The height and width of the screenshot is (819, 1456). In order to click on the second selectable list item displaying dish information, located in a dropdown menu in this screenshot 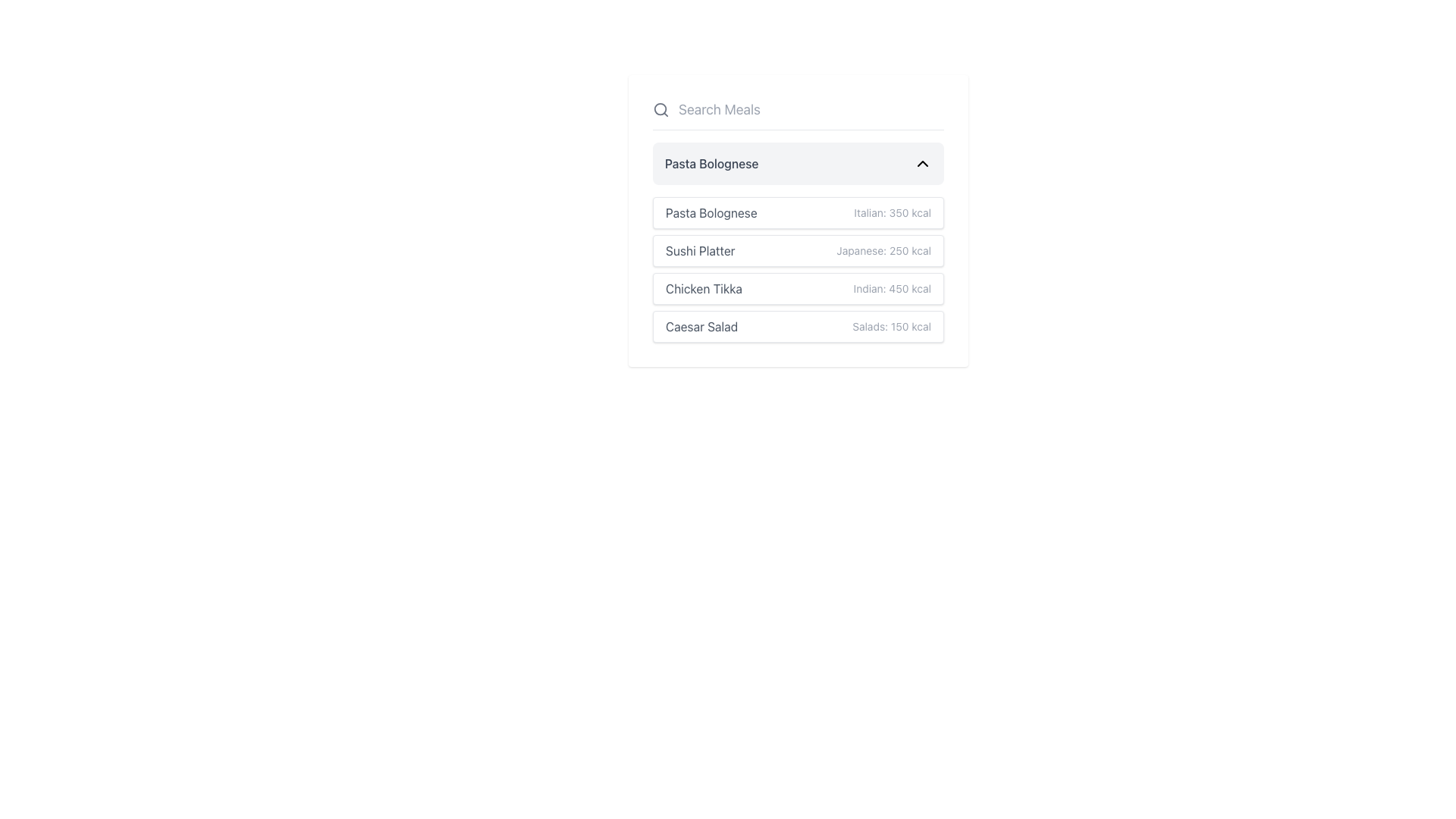, I will do `click(797, 250)`.